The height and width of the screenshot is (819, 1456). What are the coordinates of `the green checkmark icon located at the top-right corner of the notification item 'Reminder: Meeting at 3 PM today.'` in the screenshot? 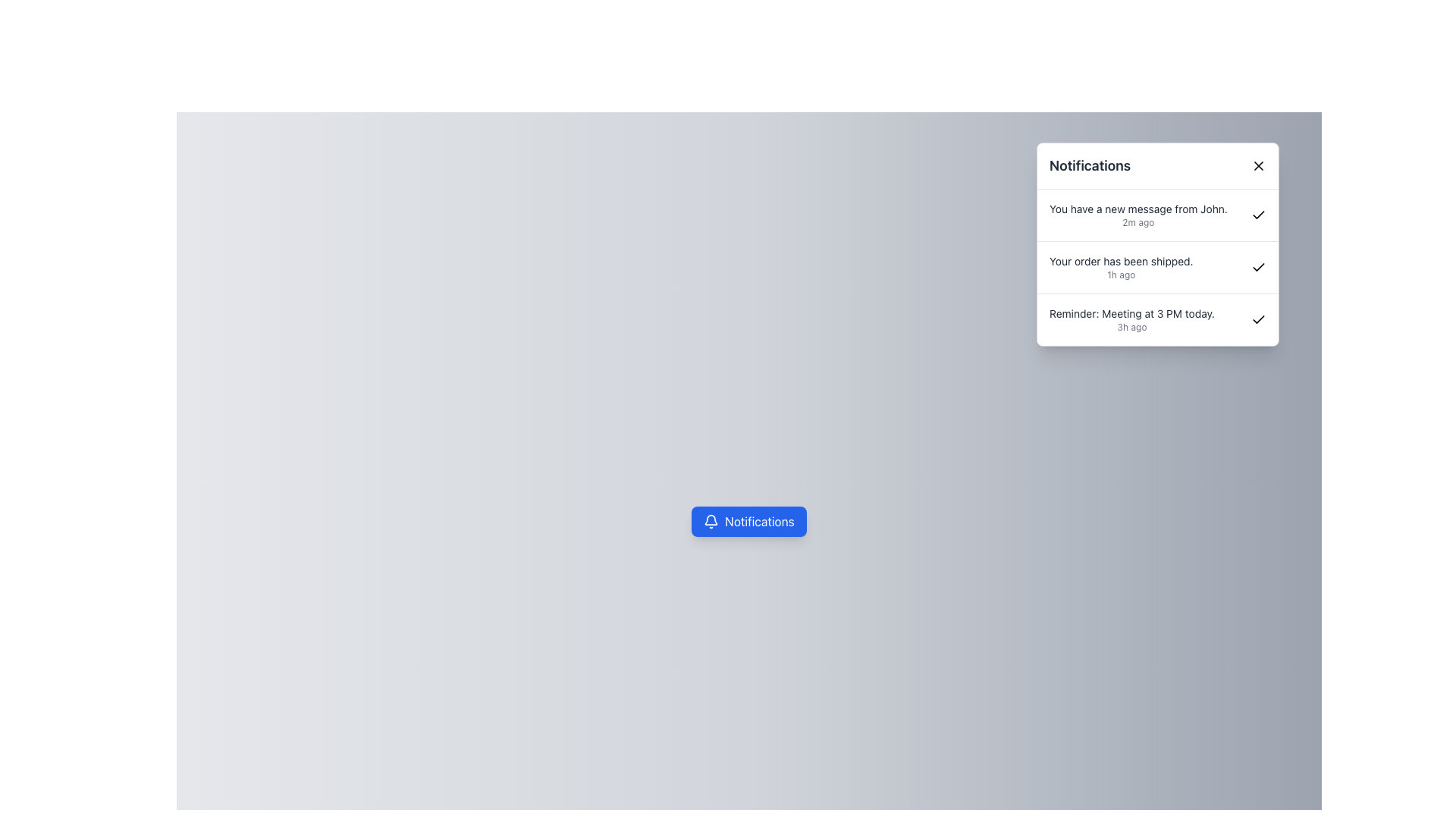 It's located at (1259, 318).